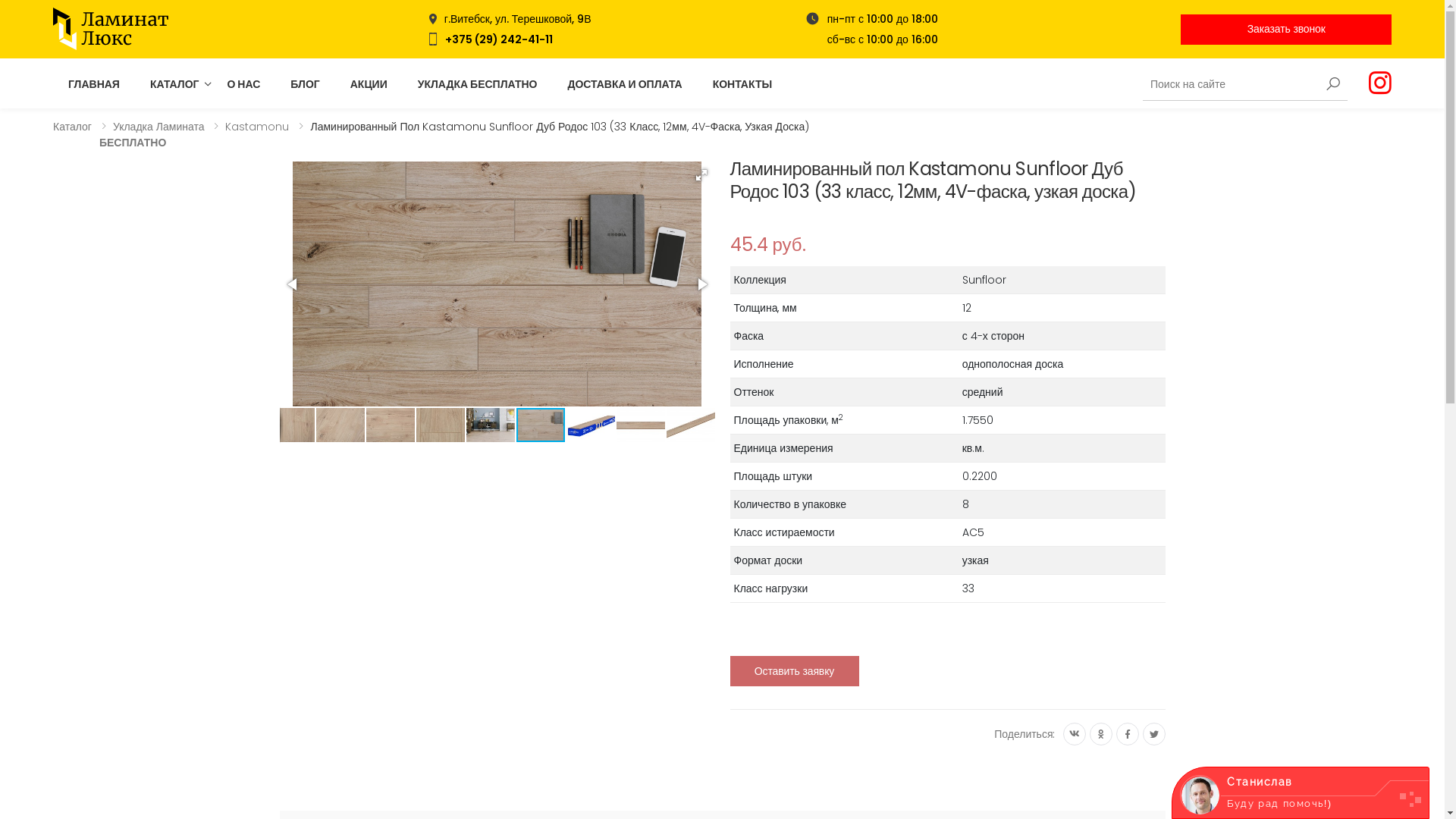  I want to click on 'Facebook', so click(1128, 733).